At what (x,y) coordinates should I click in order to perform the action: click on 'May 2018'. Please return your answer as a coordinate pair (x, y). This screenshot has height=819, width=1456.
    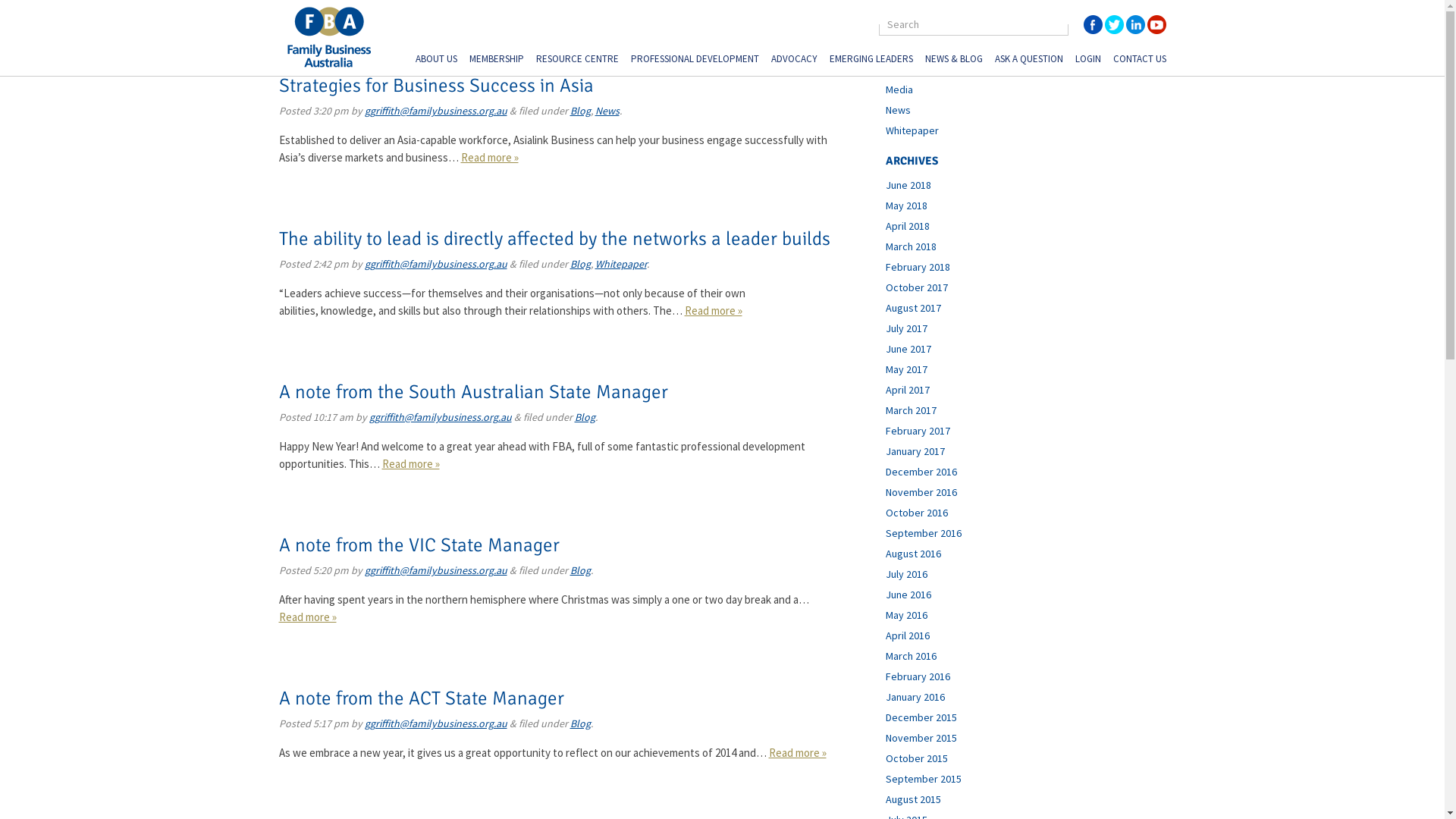
    Looking at the image, I should click on (906, 205).